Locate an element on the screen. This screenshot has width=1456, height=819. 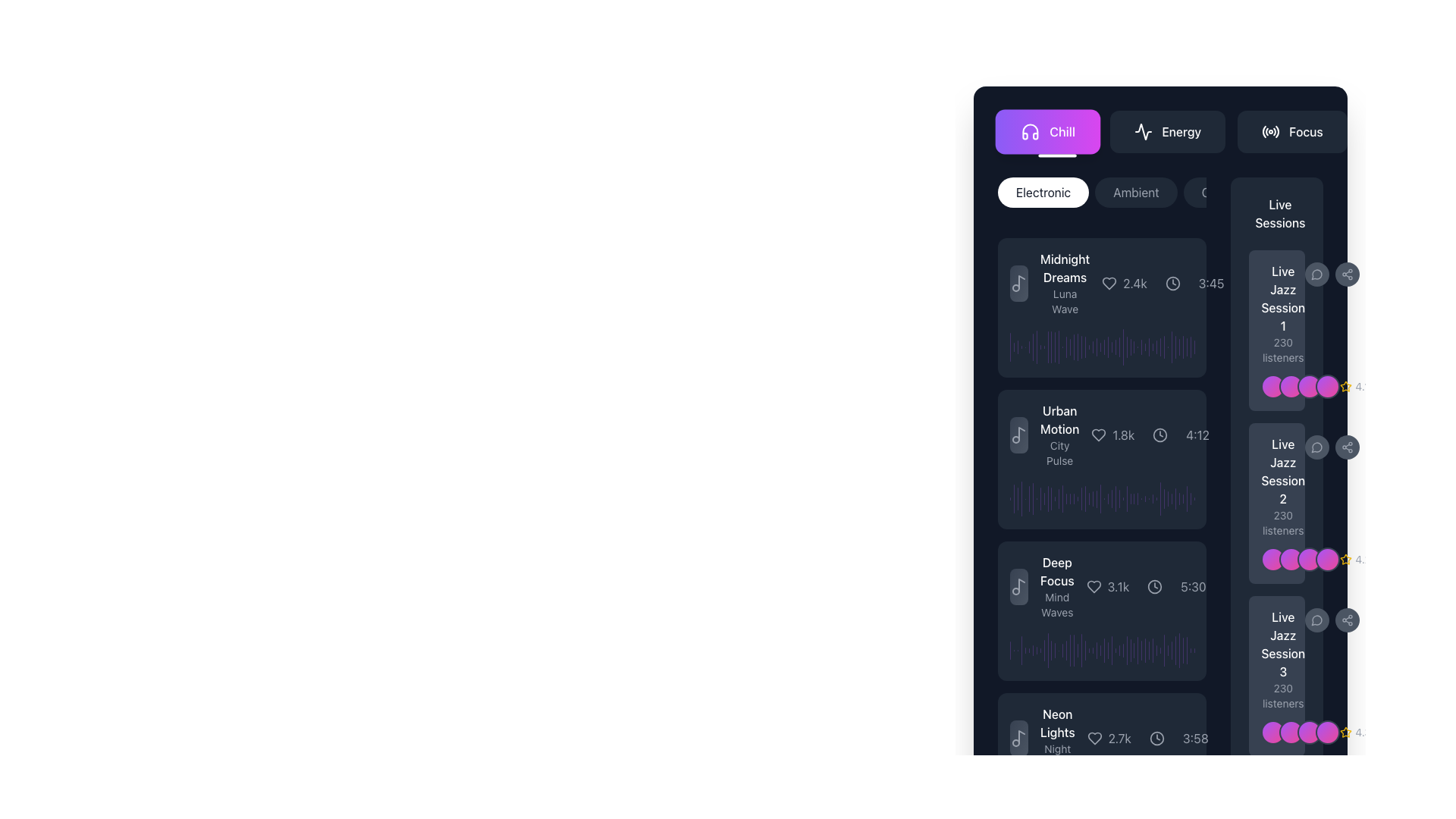
the share button for 'Live Jazz Session 2', which is the second button in a vertical list of circular buttons on the right side is located at coordinates (1348, 447).